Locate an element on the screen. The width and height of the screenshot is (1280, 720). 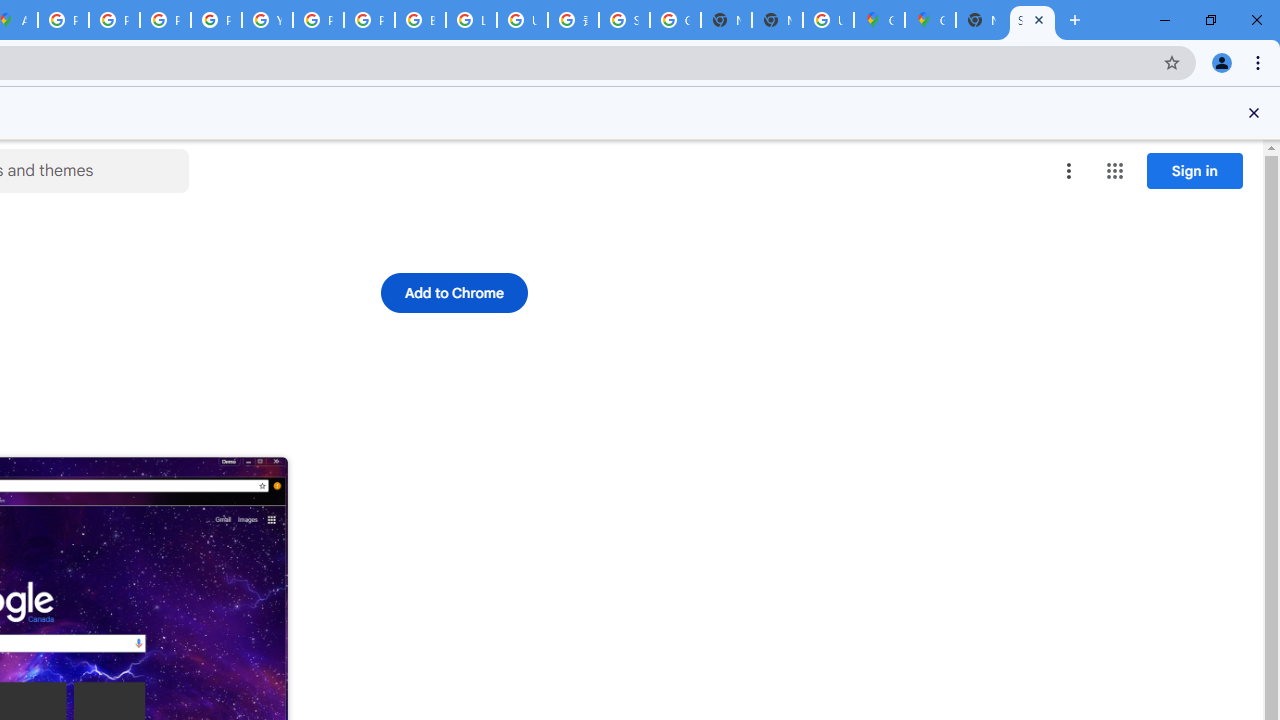
'More options menu' is located at coordinates (1068, 170).